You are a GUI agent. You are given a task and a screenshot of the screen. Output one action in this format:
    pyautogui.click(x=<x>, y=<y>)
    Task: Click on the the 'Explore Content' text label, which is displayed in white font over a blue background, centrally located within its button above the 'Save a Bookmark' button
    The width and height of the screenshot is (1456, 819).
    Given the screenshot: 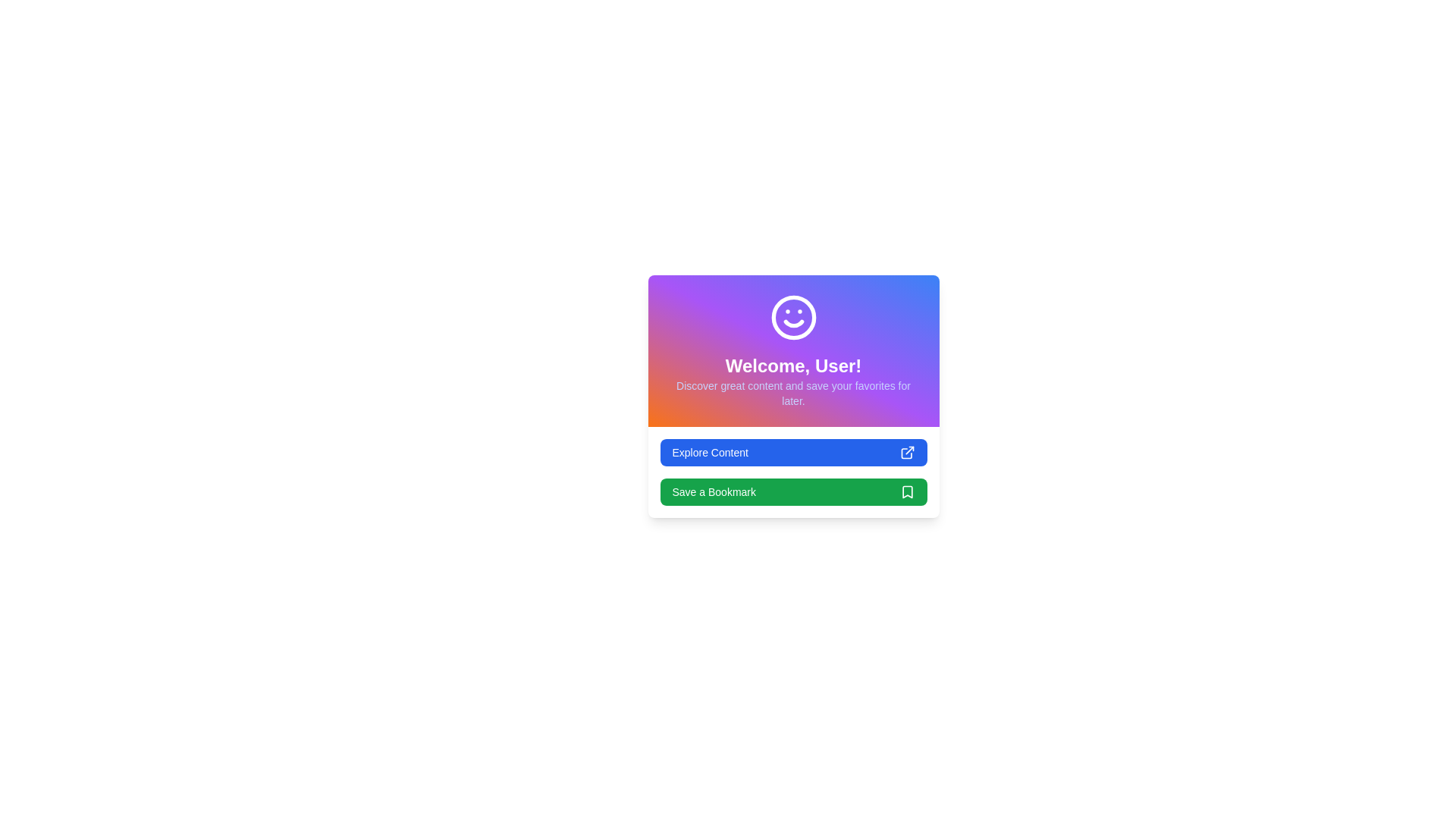 What is the action you would take?
    pyautogui.click(x=709, y=452)
    